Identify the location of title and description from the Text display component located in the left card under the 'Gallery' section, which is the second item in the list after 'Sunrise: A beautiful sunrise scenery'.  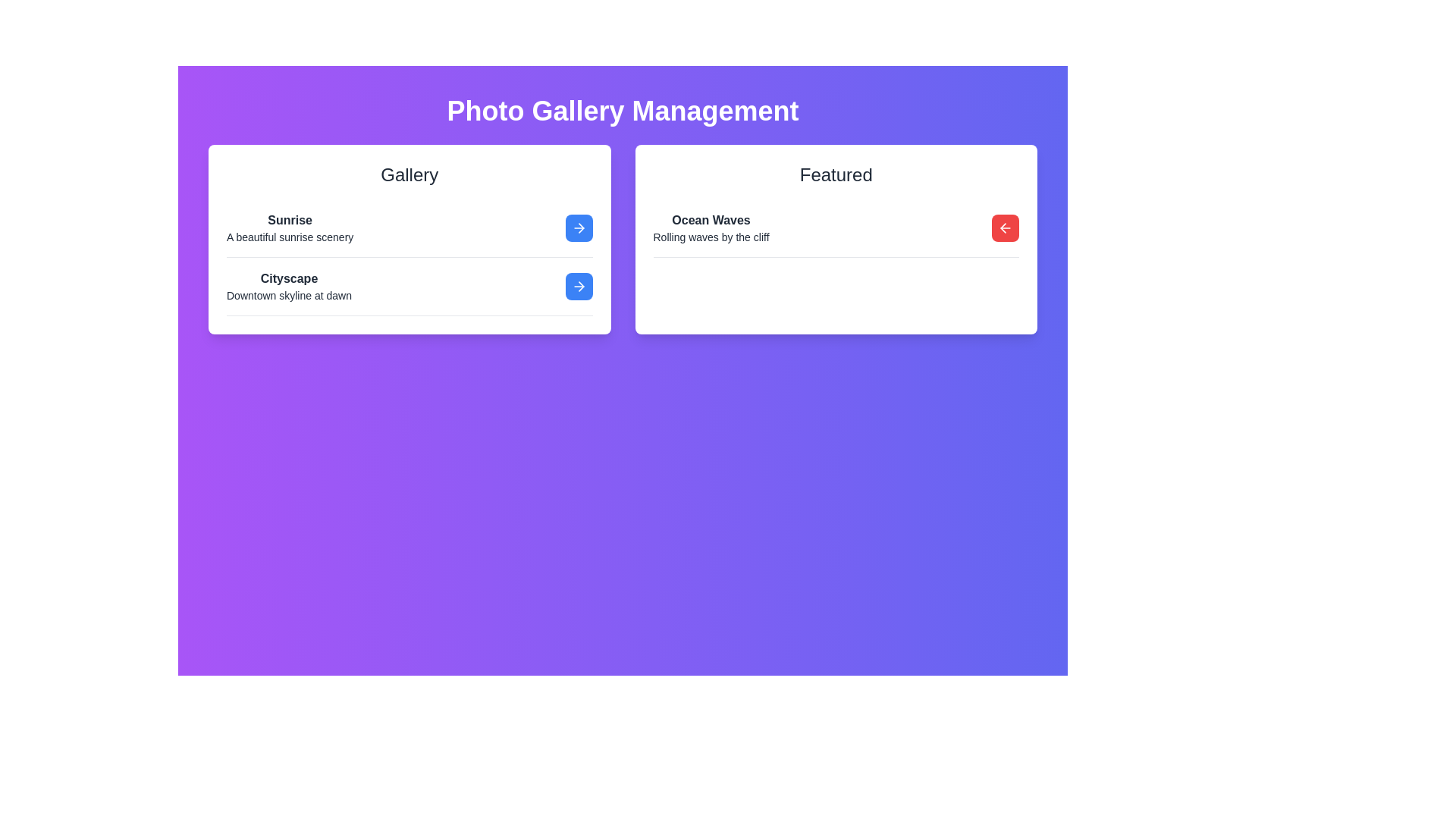
(289, 287).